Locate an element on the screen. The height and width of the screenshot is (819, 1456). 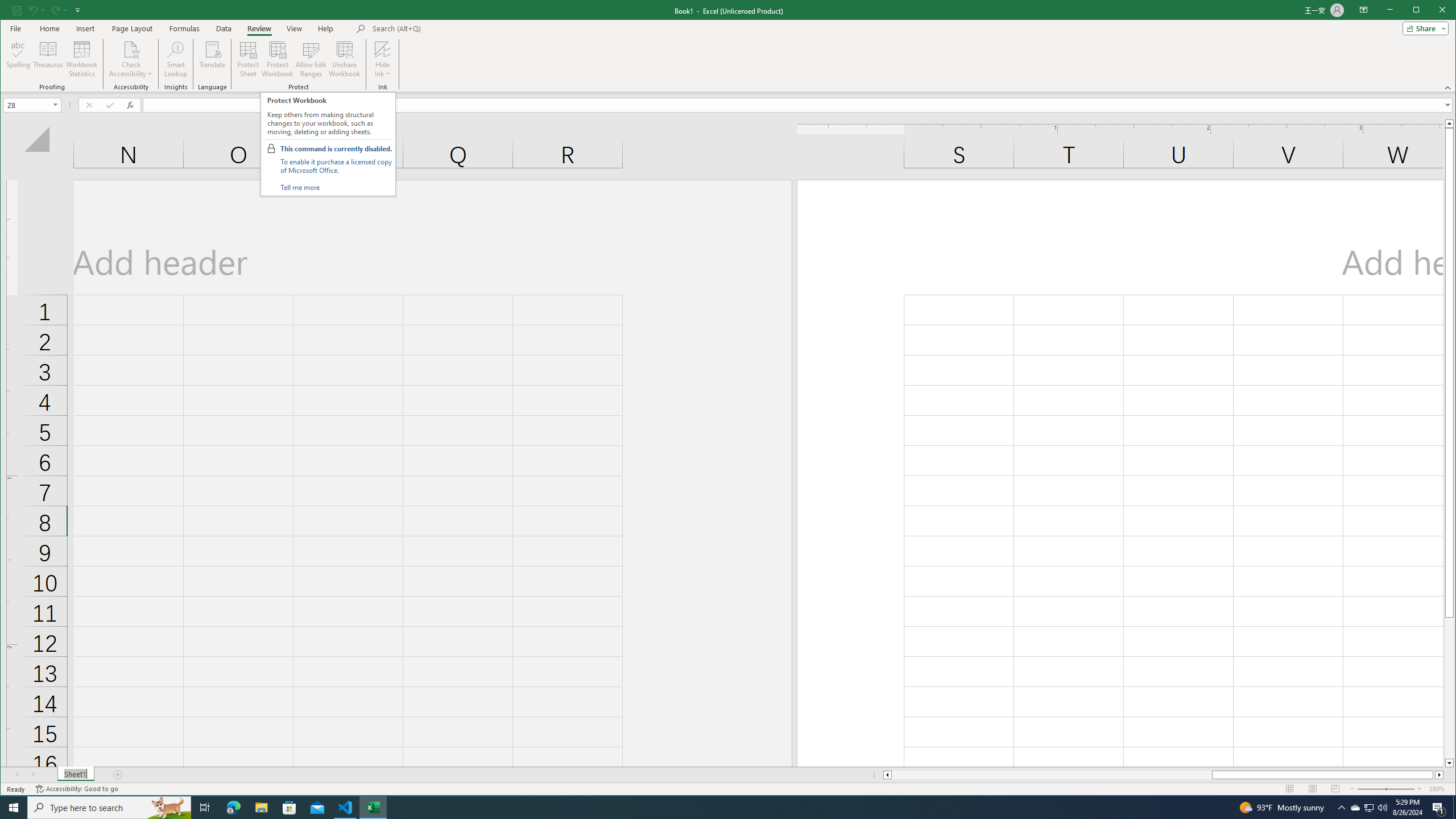
'Collapse the Ribbon' is located at coordinates (1449, 87).